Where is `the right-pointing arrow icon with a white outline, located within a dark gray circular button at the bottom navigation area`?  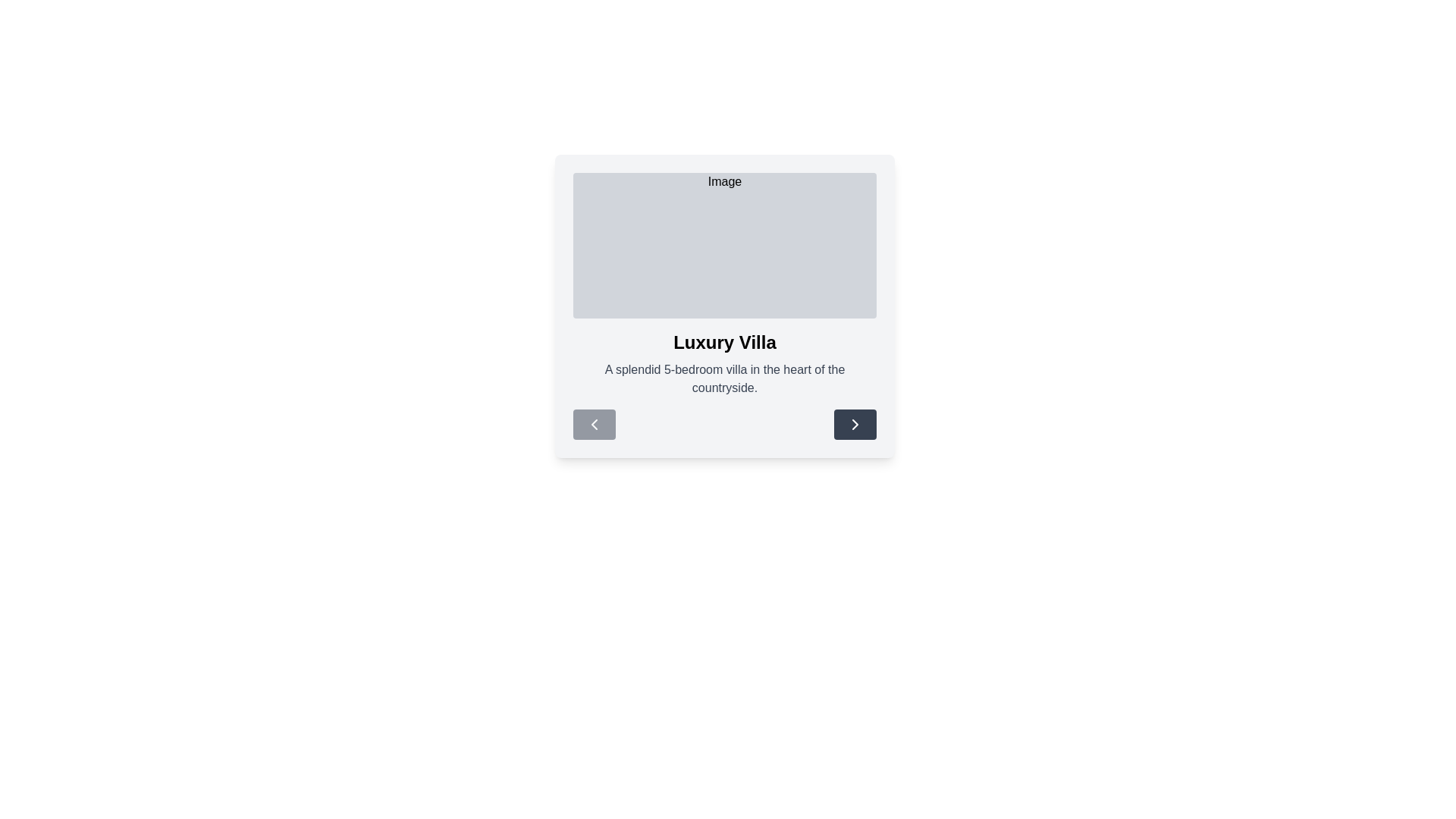 the right-pointing arrow icon with a white outline, located within a dark gray circular button at the bottom navigation area is located at coordinates (855, 424).